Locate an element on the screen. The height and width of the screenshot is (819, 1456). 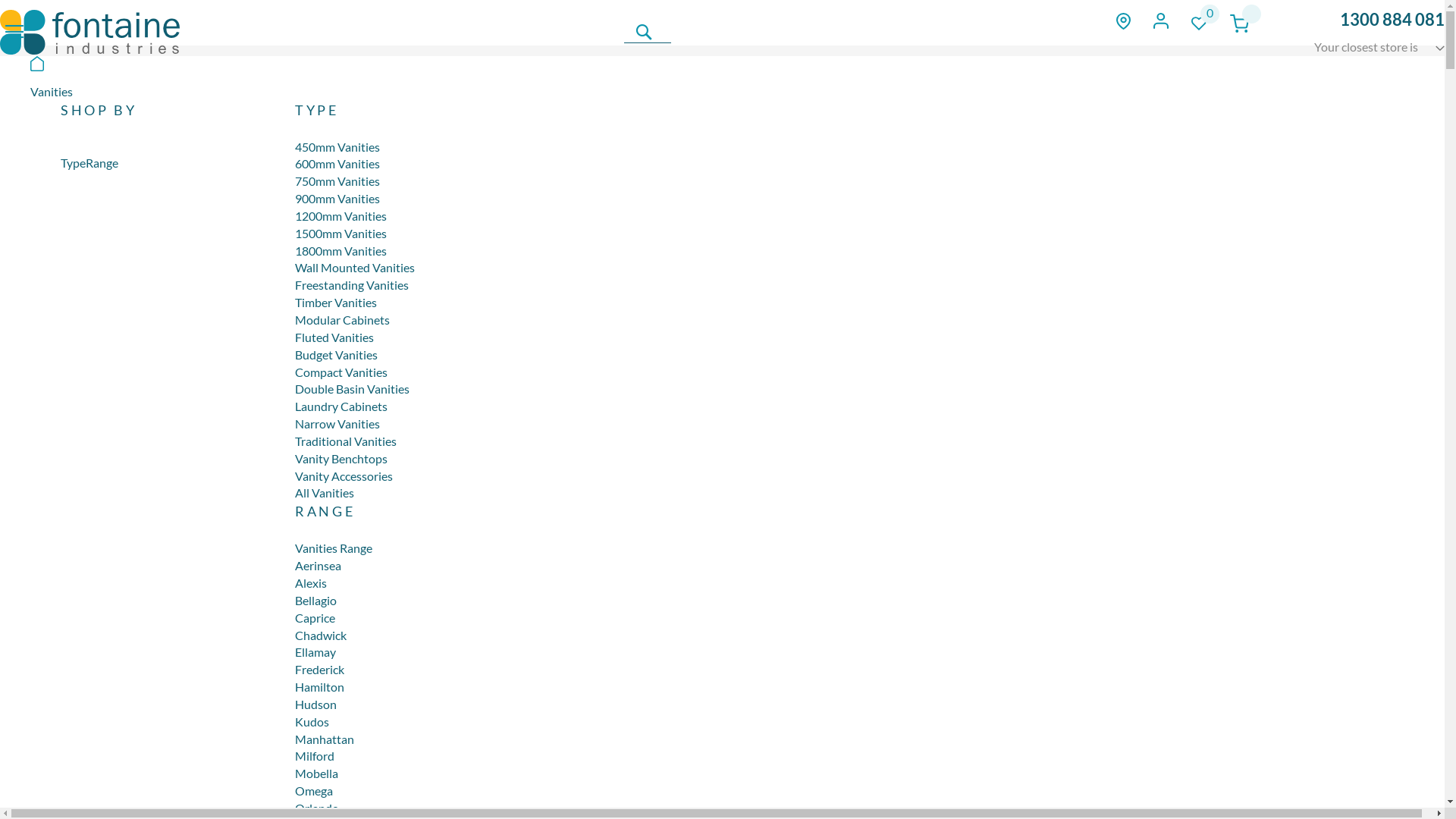
'Milford' is located at coordinates (313, 755).